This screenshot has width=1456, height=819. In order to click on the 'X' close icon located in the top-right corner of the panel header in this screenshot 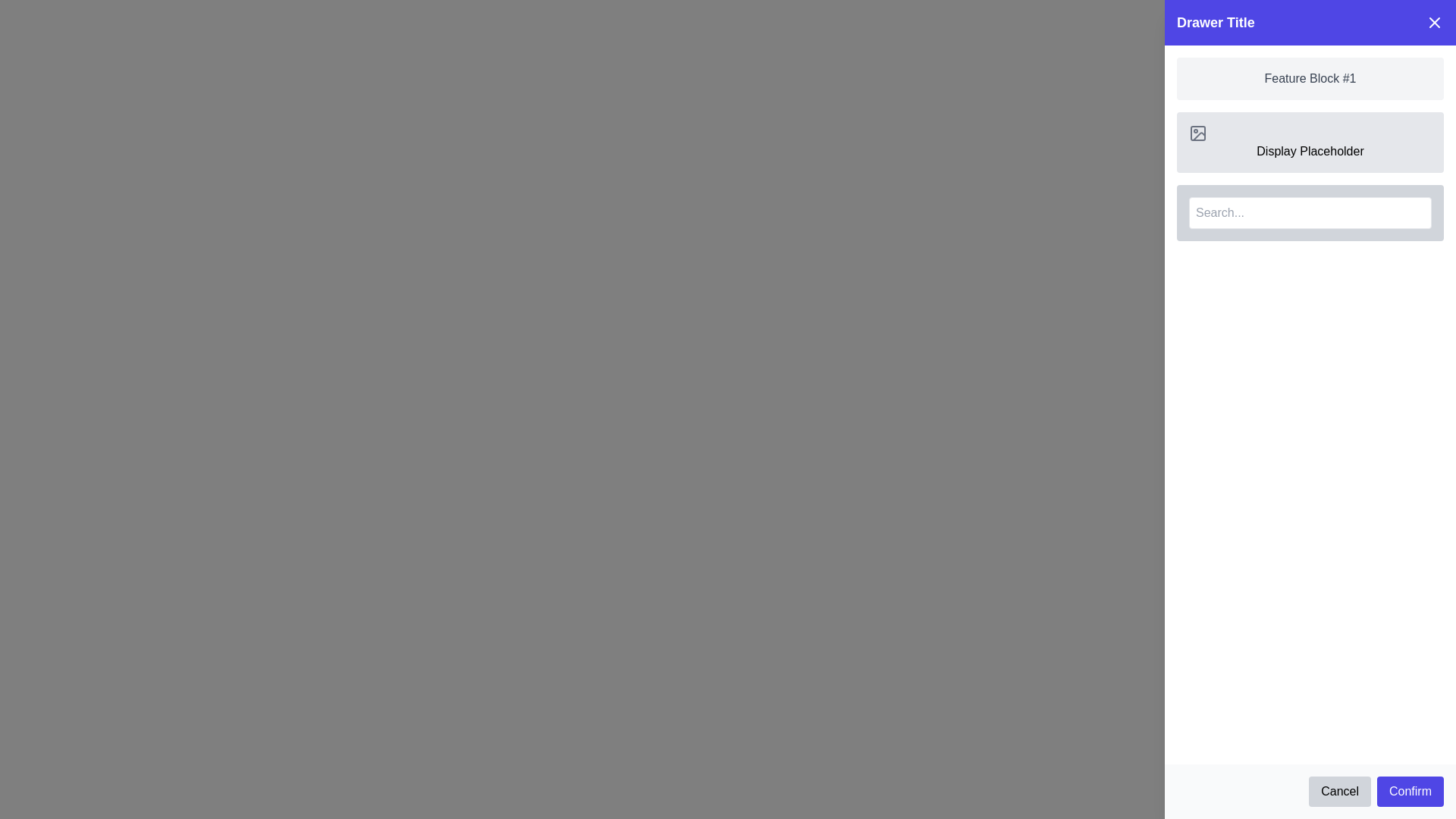, I will do `click(1433, 23)`.